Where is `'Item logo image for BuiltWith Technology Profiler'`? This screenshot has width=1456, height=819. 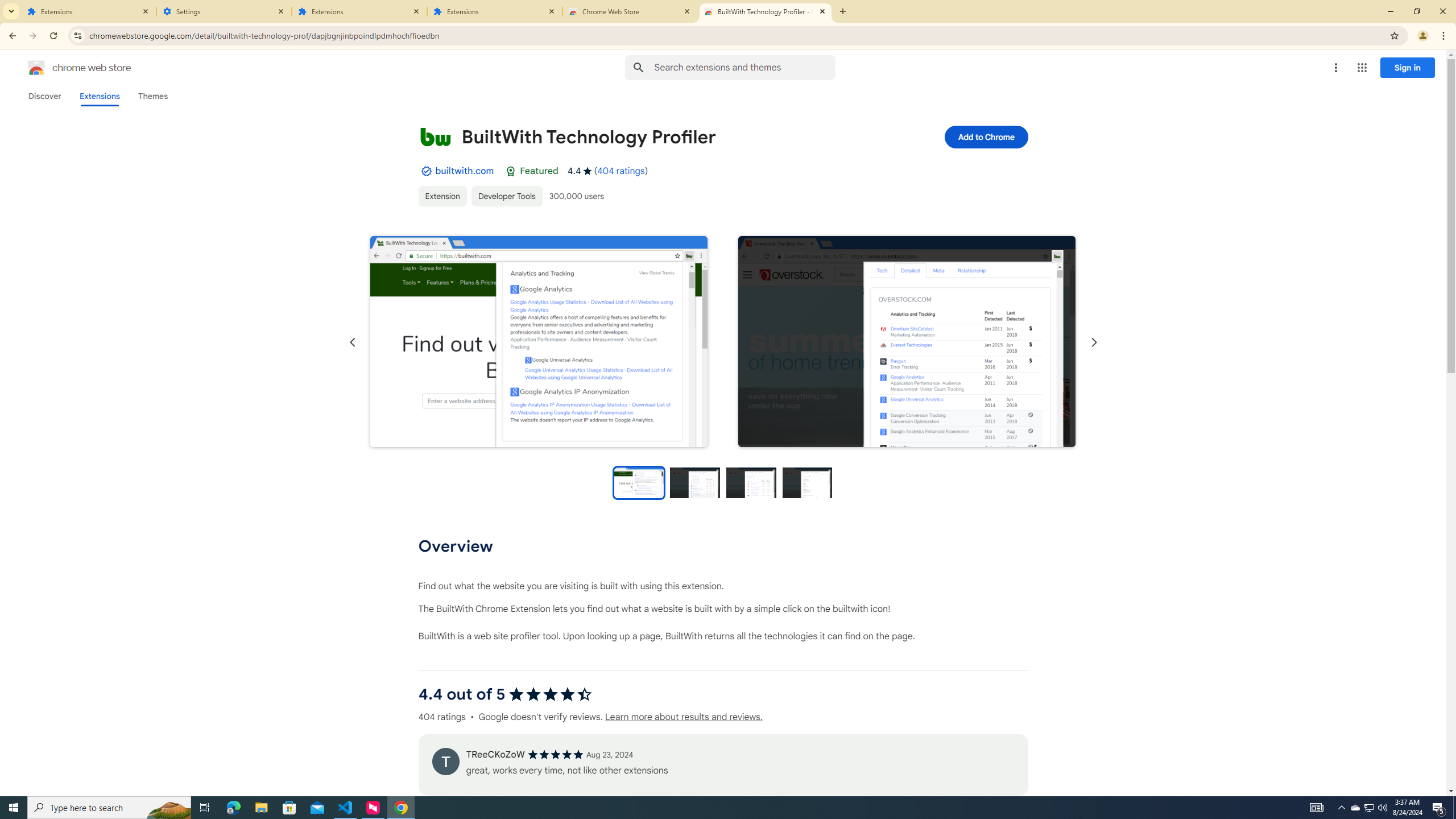 'Item logo image for BuiltWith Technology Profiler' is located at coordinates (435, 137).